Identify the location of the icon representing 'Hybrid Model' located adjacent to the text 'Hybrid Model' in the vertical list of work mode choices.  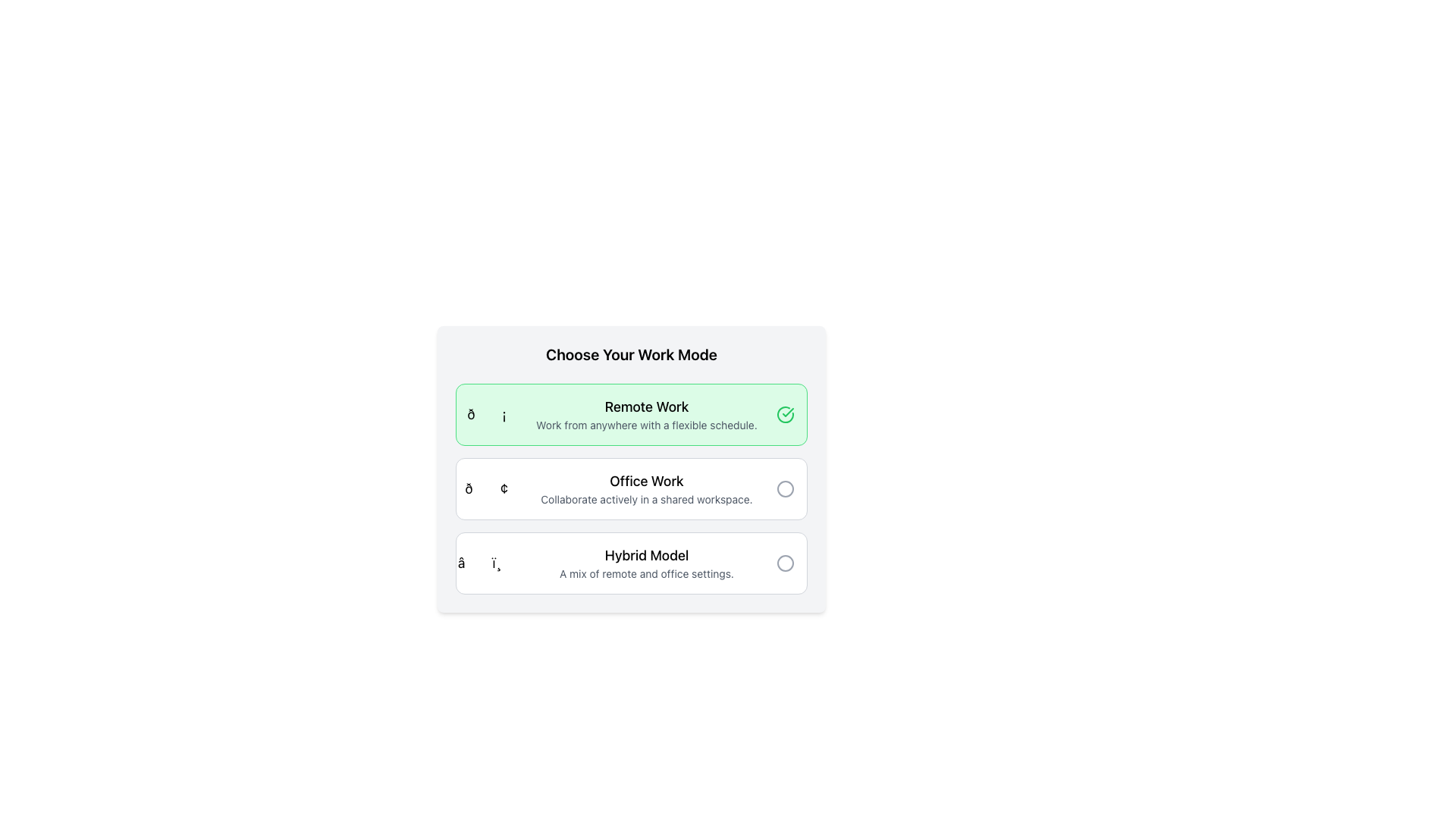
(487, 563).